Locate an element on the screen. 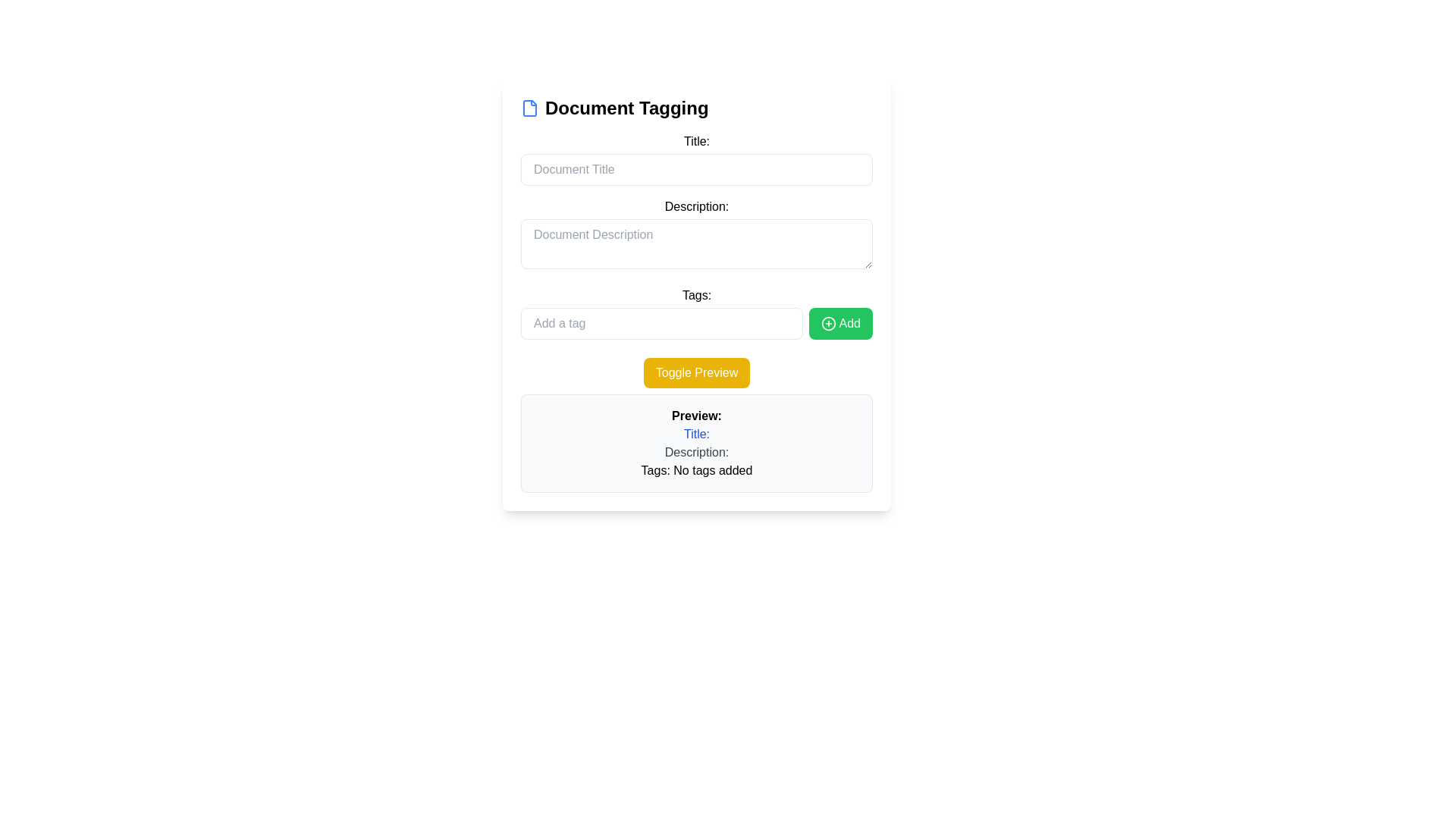  the Text label that indicates the content area for the document description, positioned below 'Title:' and above 'Tags: No tags added' in the preview interface is located at coordinates (695, 452).